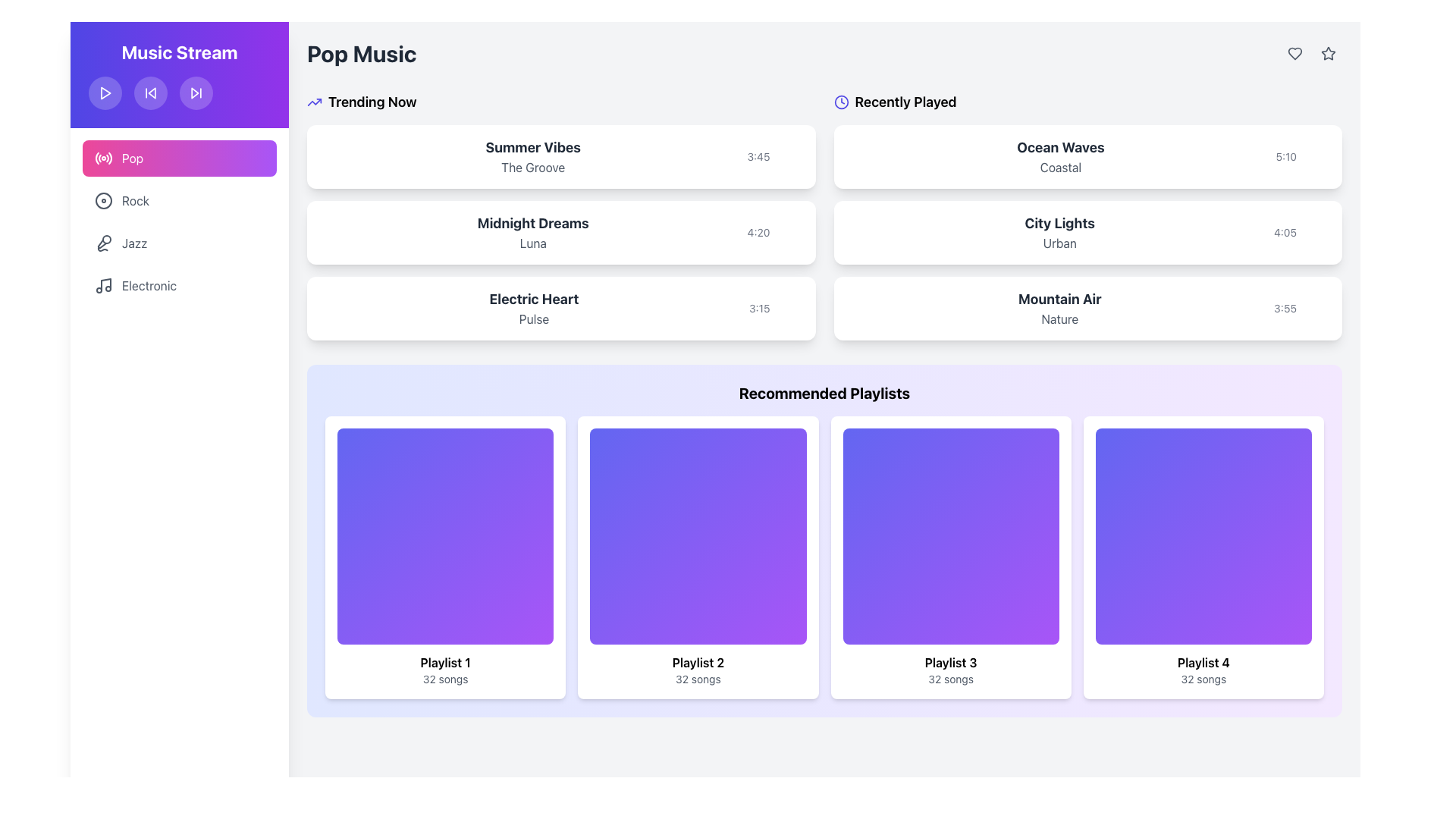 This screenshot has height=819, width=1456. I want to click on the interactive card labeled 'Ocean Waves' with the subtitle 'Coastal' and timestamp '5:10' located in the 'Recently Played' section, so click(1087, 157).